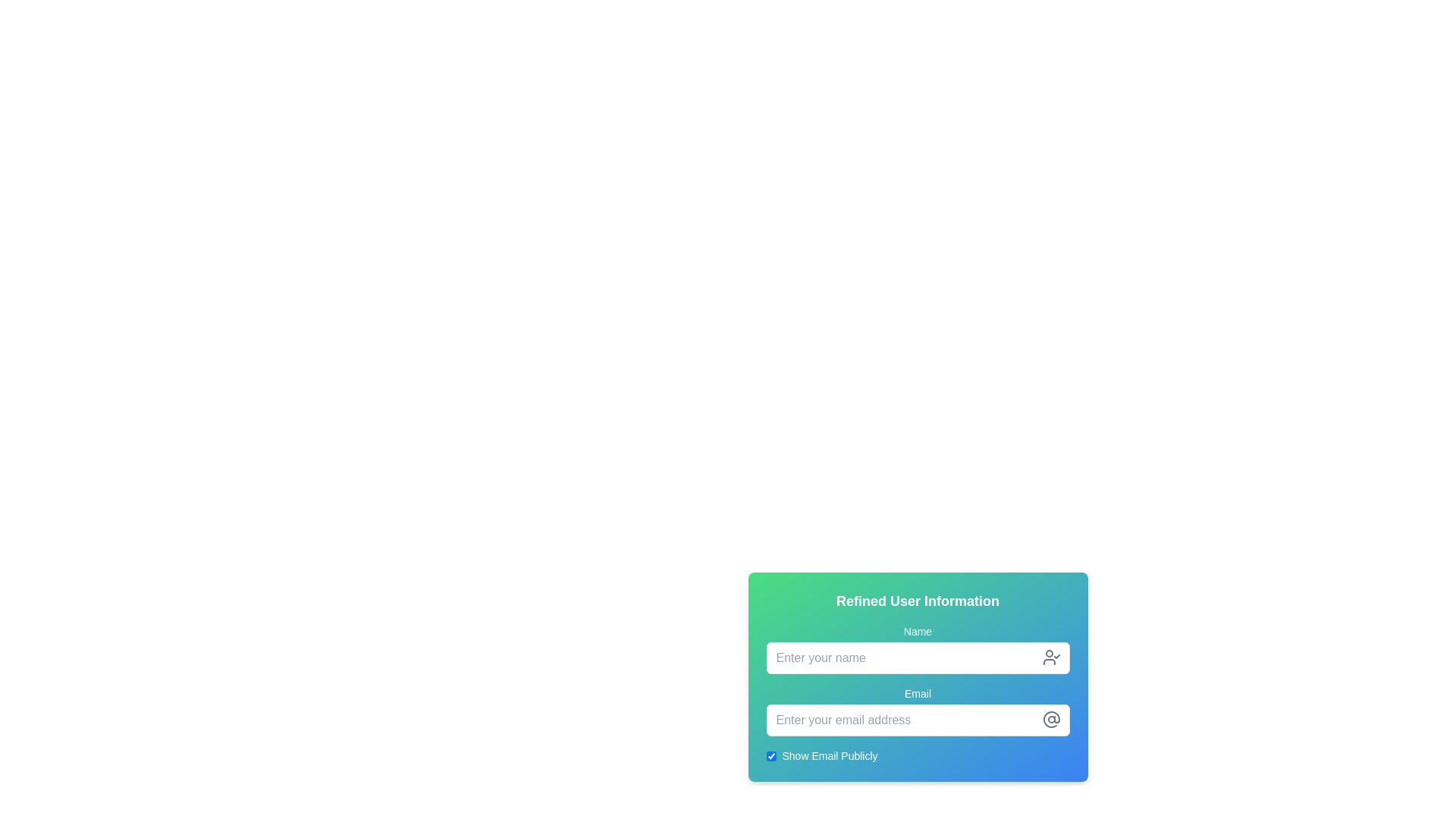 This screenshot has width=1456, height=819. Describe the element at coordinates (771, 755) in the screenshot. I see `the small square checkbox with a blue background and a white checkmark located next to the label 'Show Email Publicly'` at that location.